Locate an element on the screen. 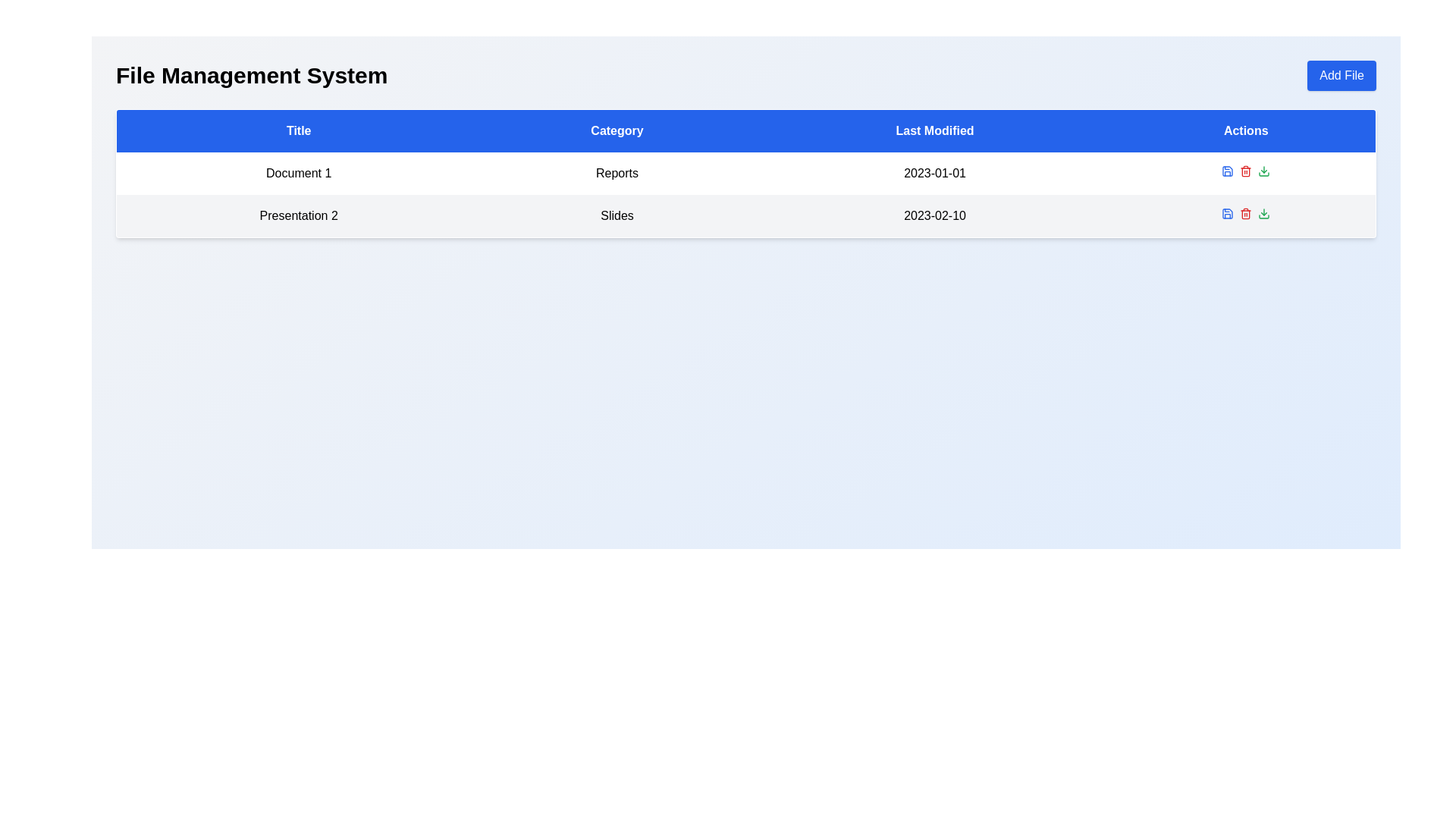 This screenshot has width=1456, height=819. the bold text label reading 'Category' which is prominently displayed on a blue background, positioned as the second column header in a four-column layout is located at coordinates (617, 130).